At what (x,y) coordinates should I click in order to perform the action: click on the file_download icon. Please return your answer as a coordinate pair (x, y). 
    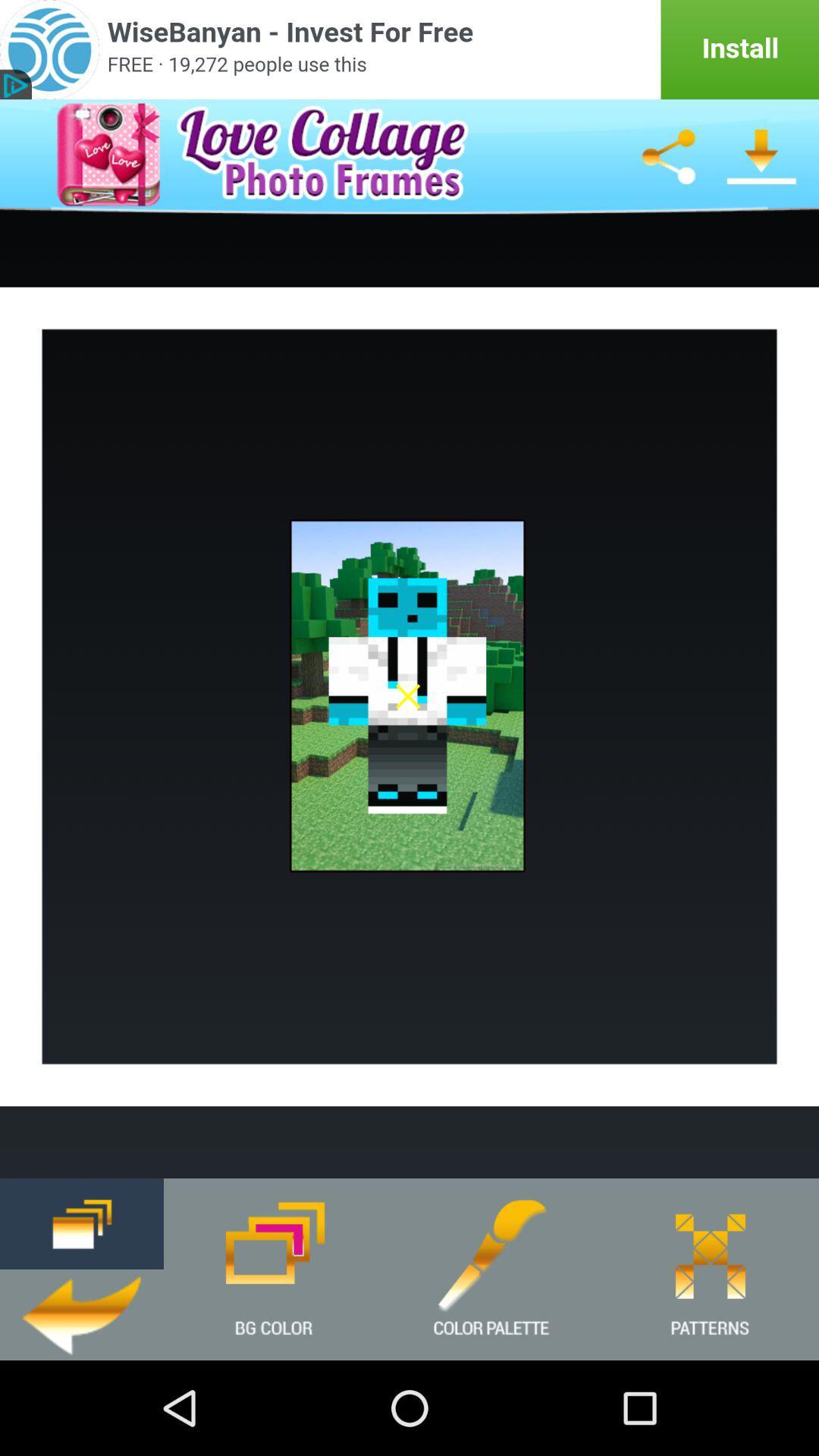
    Looking at the image, I should click on (762, 168).